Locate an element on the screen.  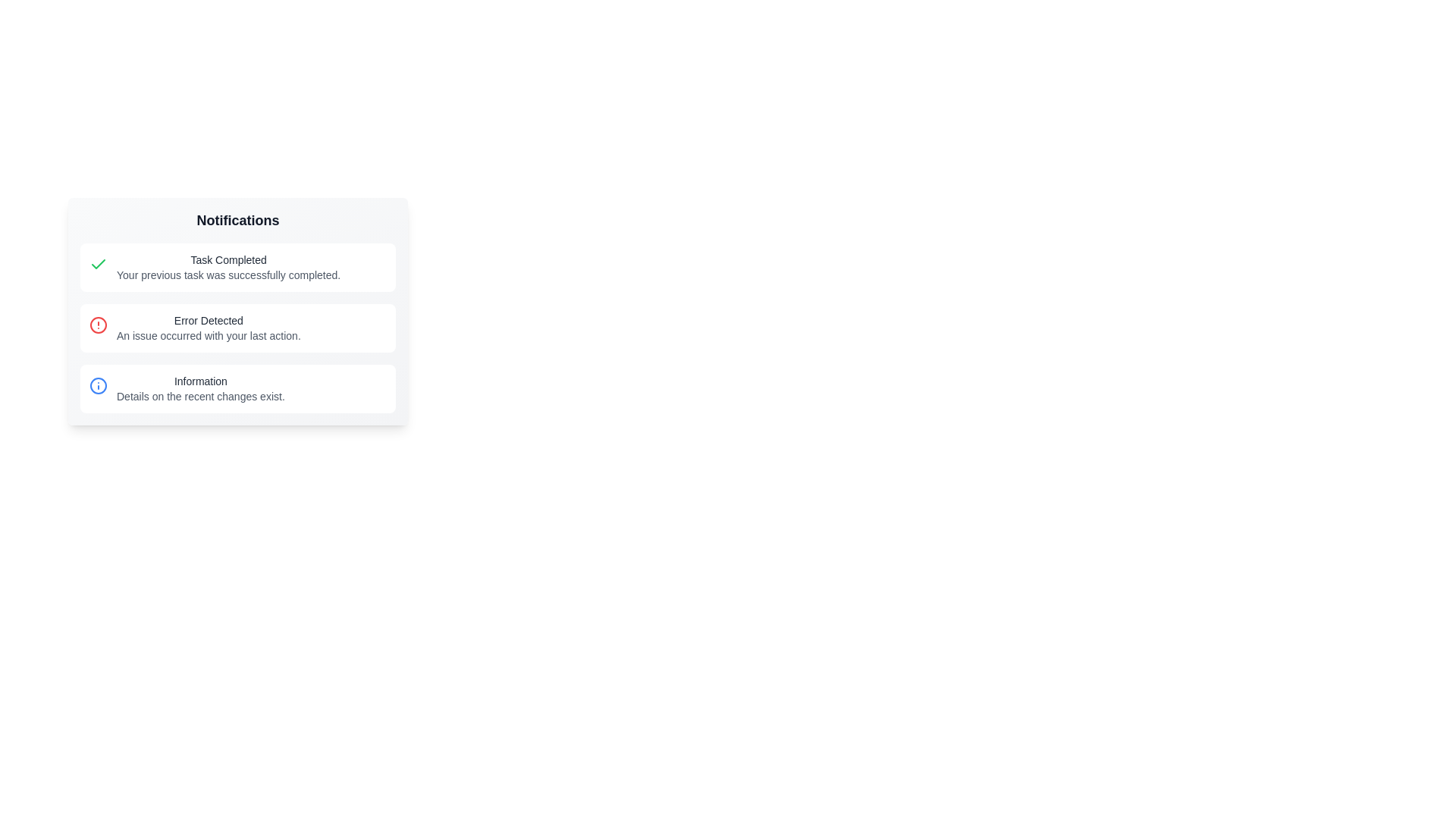
the green checkmark icon representing a completed task within the 'Task Completed' notification at the top of the notifications list is located at coordinates (97, 263).